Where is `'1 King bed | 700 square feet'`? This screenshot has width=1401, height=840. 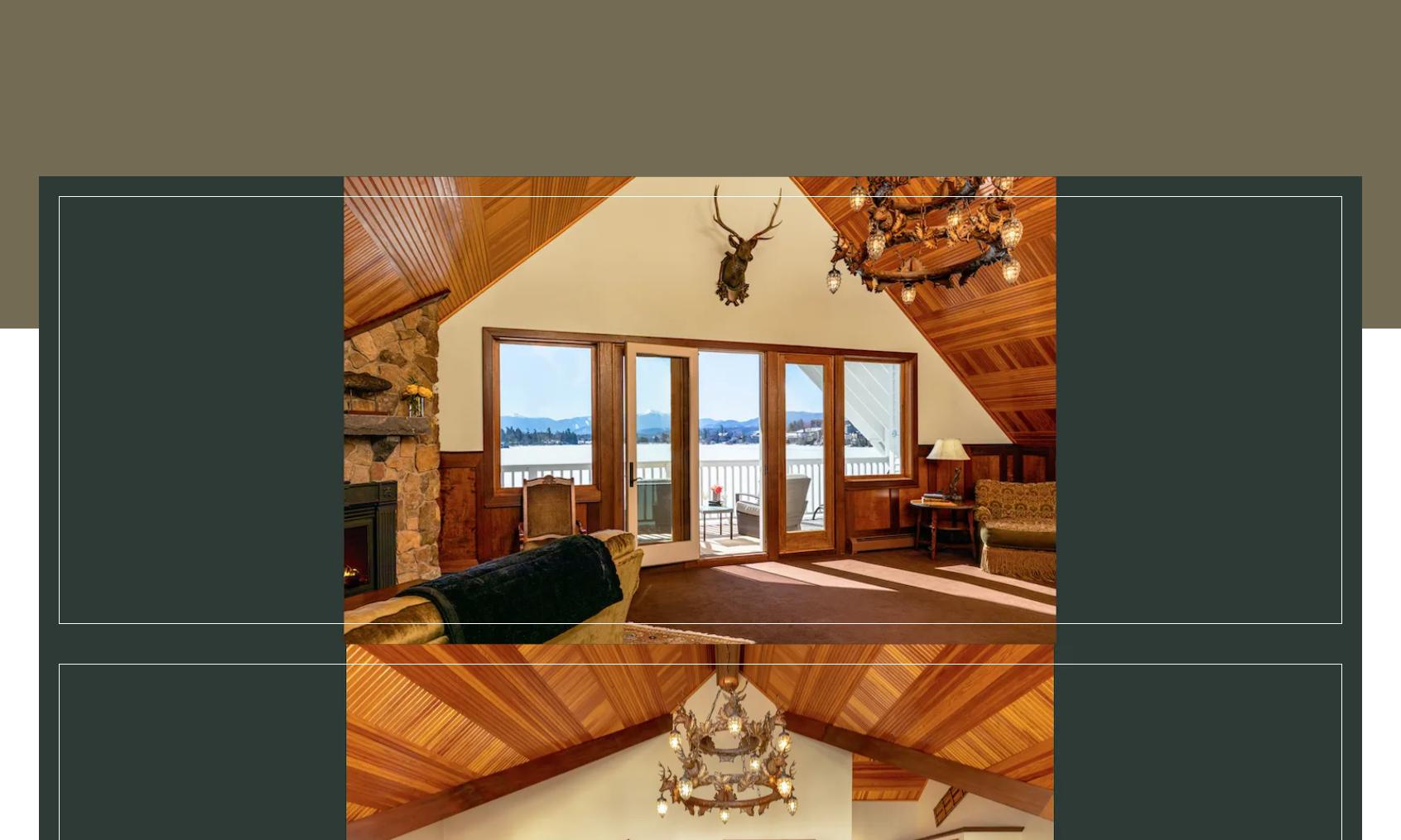 '1 King bed | 700 square feet' is located at coordinates (934, 755).